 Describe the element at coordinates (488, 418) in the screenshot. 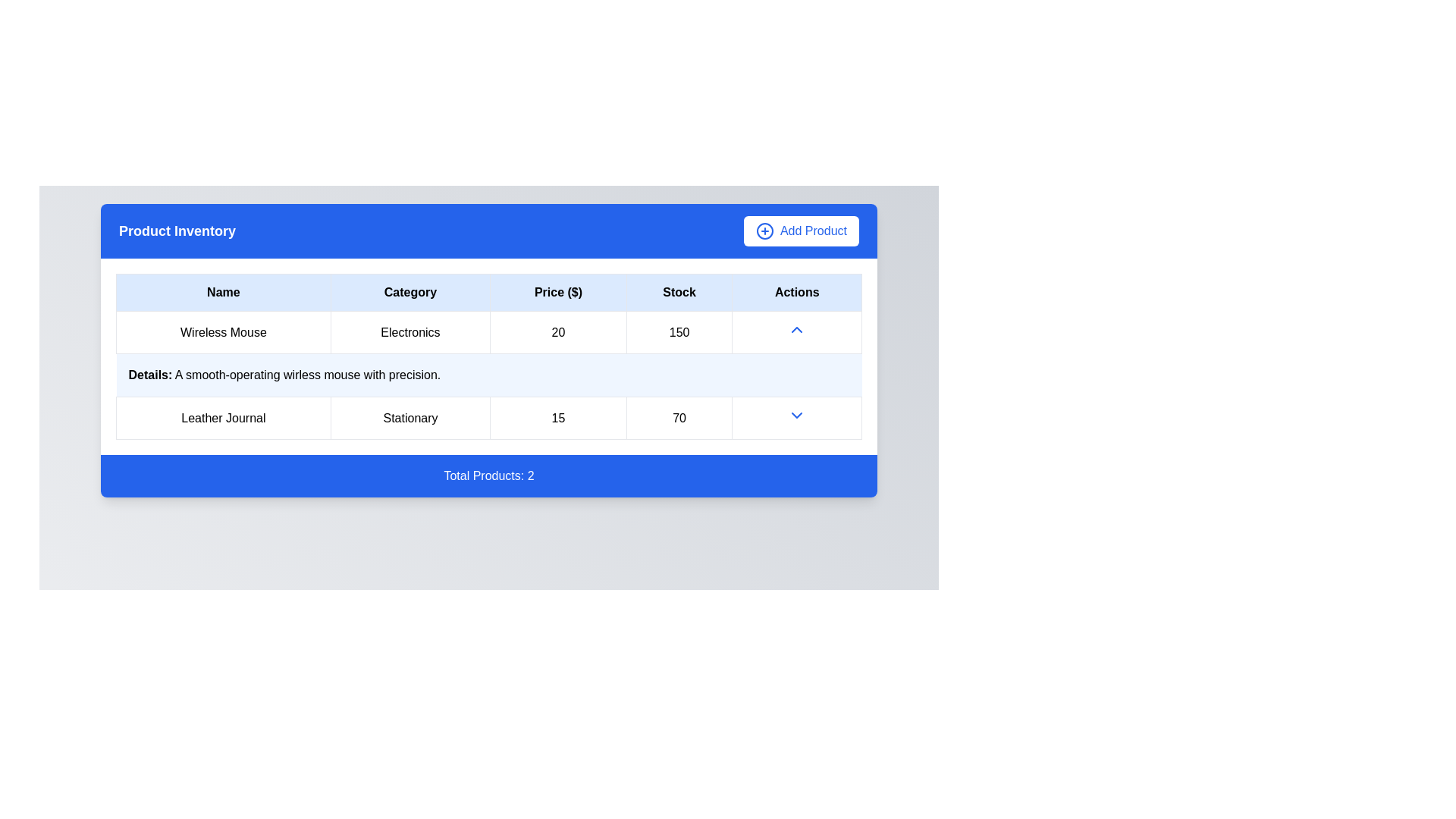

I see `to select the second row of the table displaying 'Leather Journal' in the Name column, 'Stationary' in the Category column, '15' in the Price column, '70' in the Stock column, and a dropdown arrow in the Actions column` at that location.